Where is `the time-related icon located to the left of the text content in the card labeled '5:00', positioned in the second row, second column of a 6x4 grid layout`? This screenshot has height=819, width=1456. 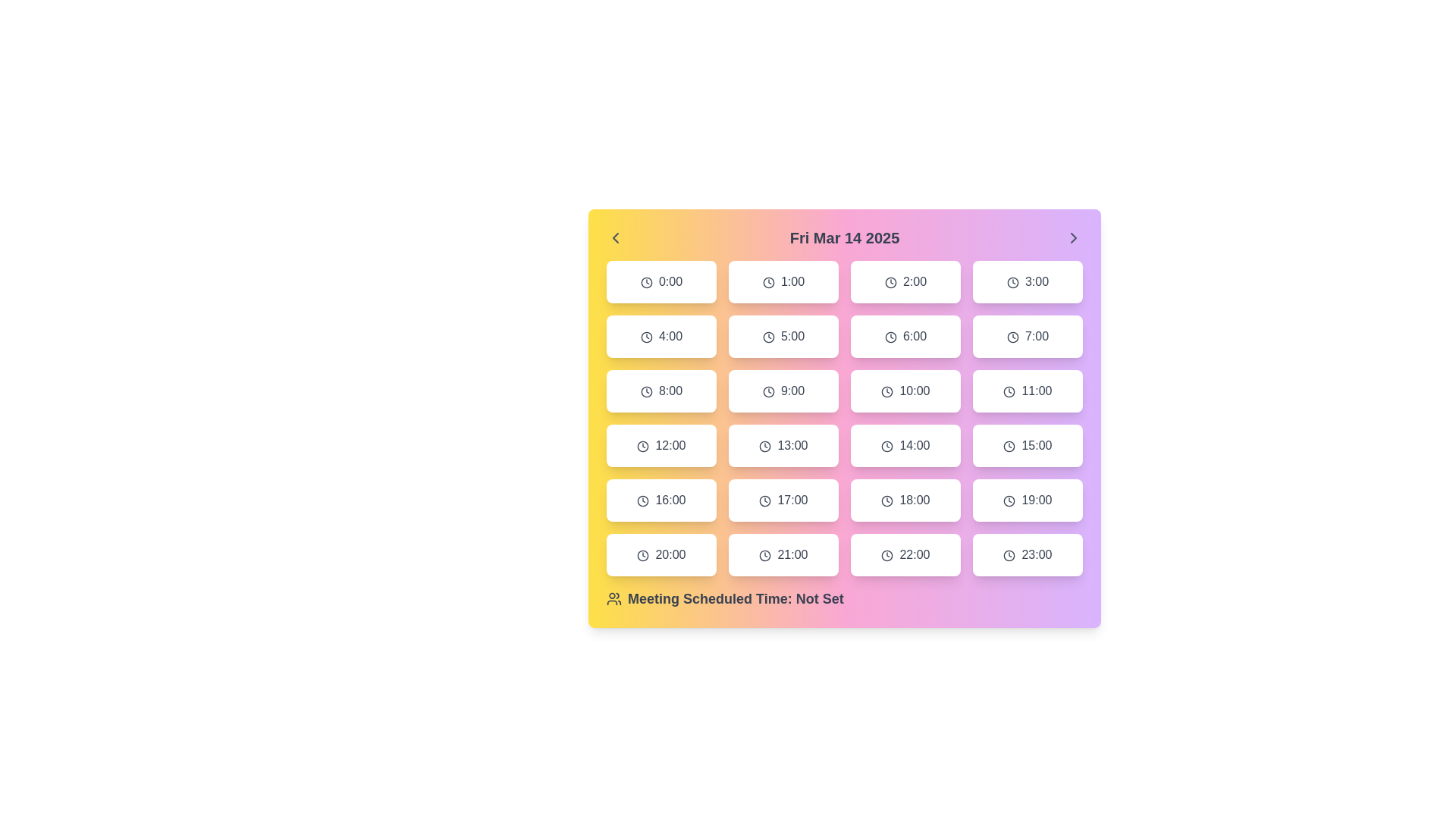
the time-related icon located to the left of the text content in the card labeled '5:00', positioned in the second row, second column of a 6x4 grid layout is located at coordinates (768, 336).